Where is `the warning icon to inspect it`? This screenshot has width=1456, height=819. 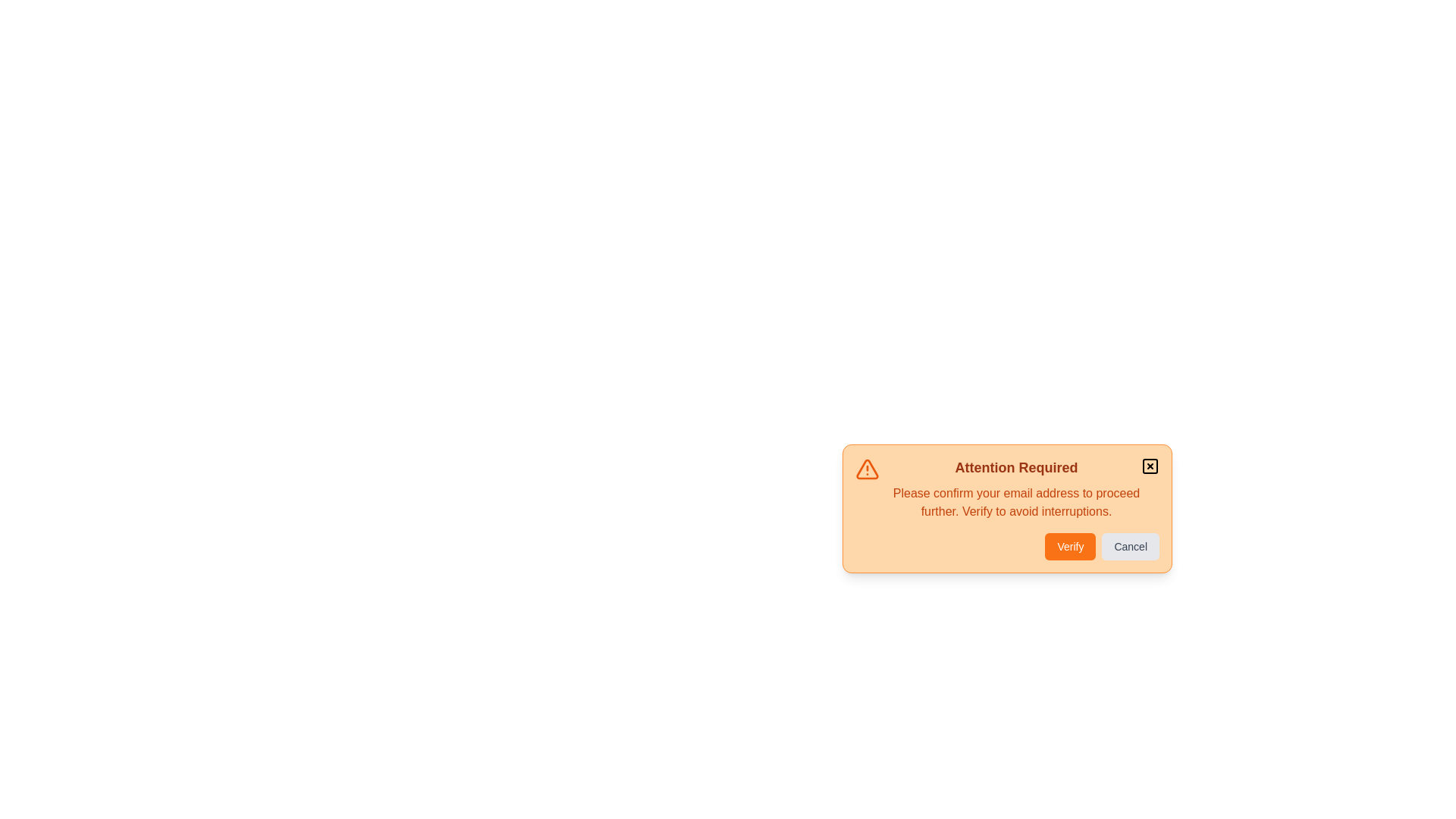 the warning icon to inspect it is located at coordinates (867, 468).